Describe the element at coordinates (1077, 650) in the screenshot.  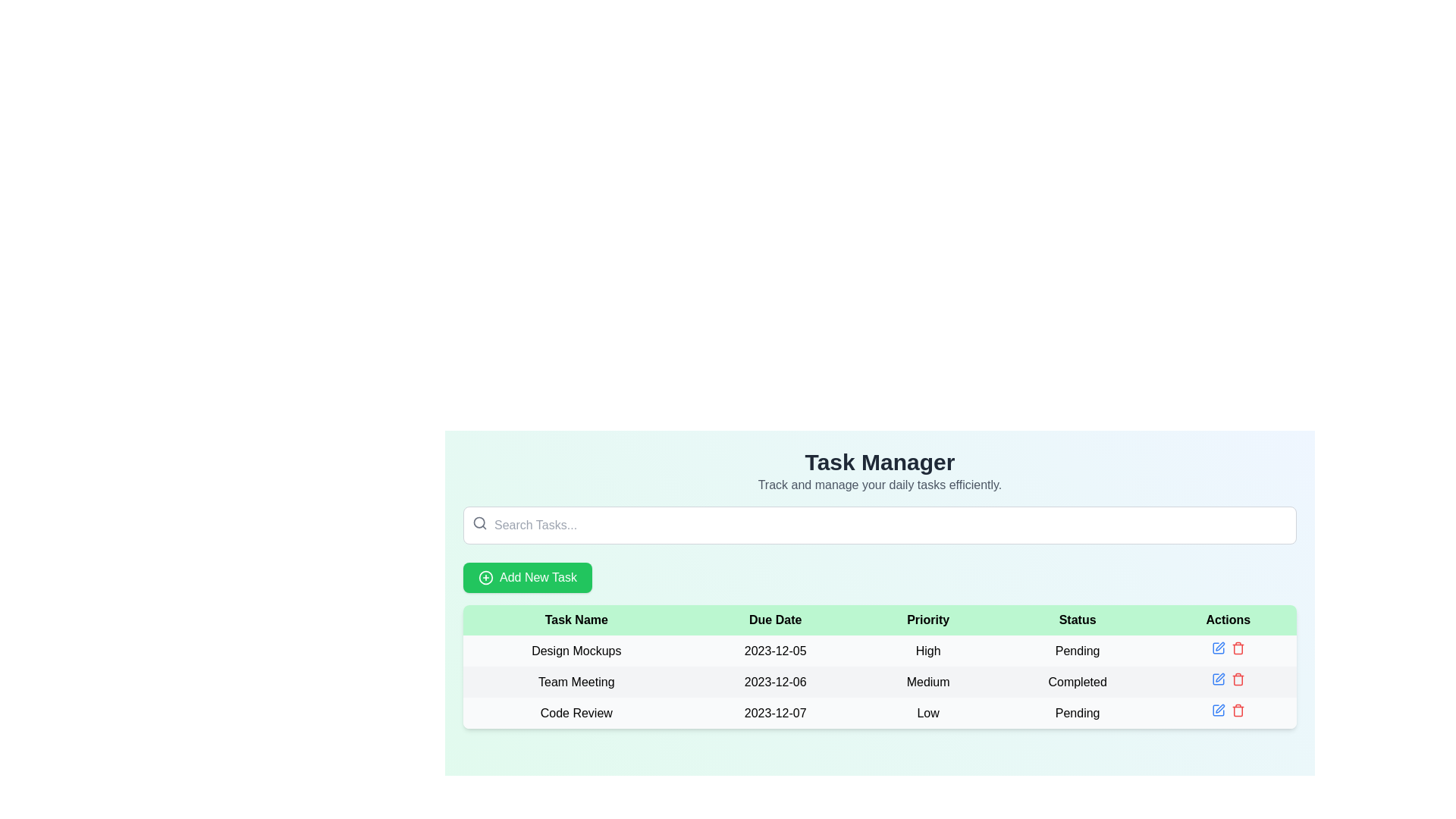
I see `the 'Pending' status indicator text label in the 'Status' column of the row corresponding to the task named 'Design Mockups'` at that location.